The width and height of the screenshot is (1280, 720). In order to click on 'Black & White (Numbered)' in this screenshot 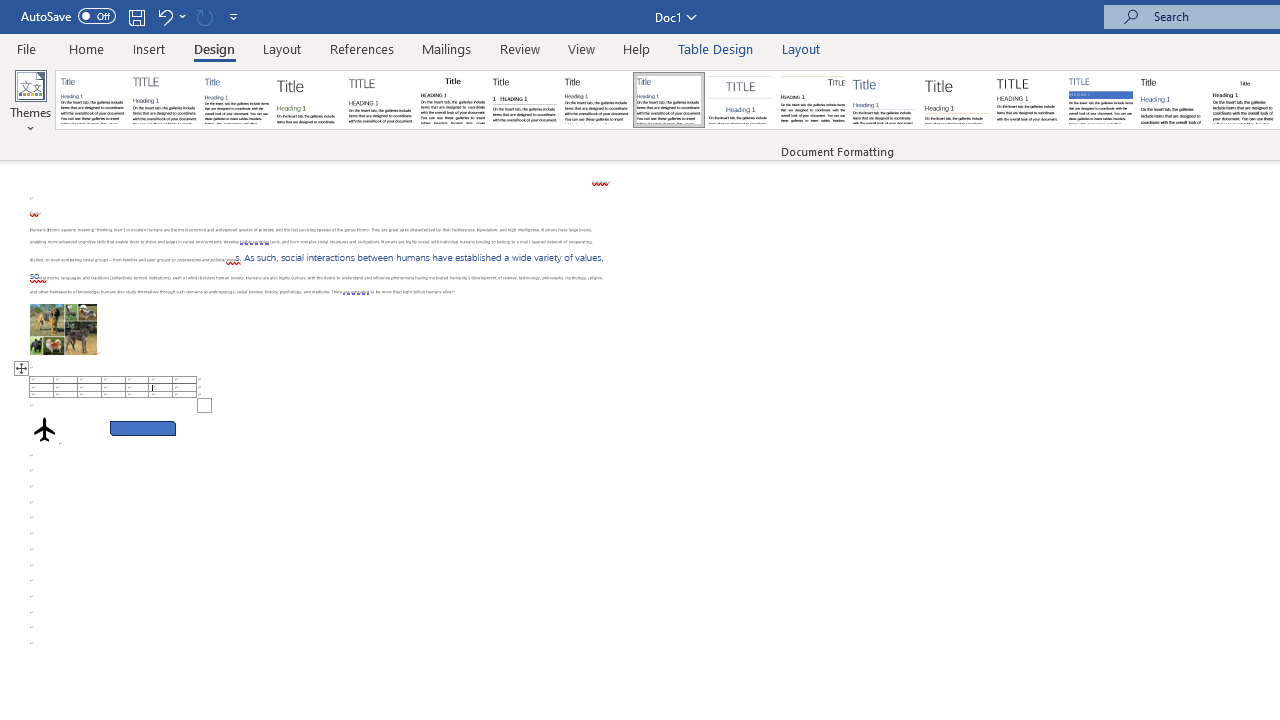, I will do `click(524, 100)`.